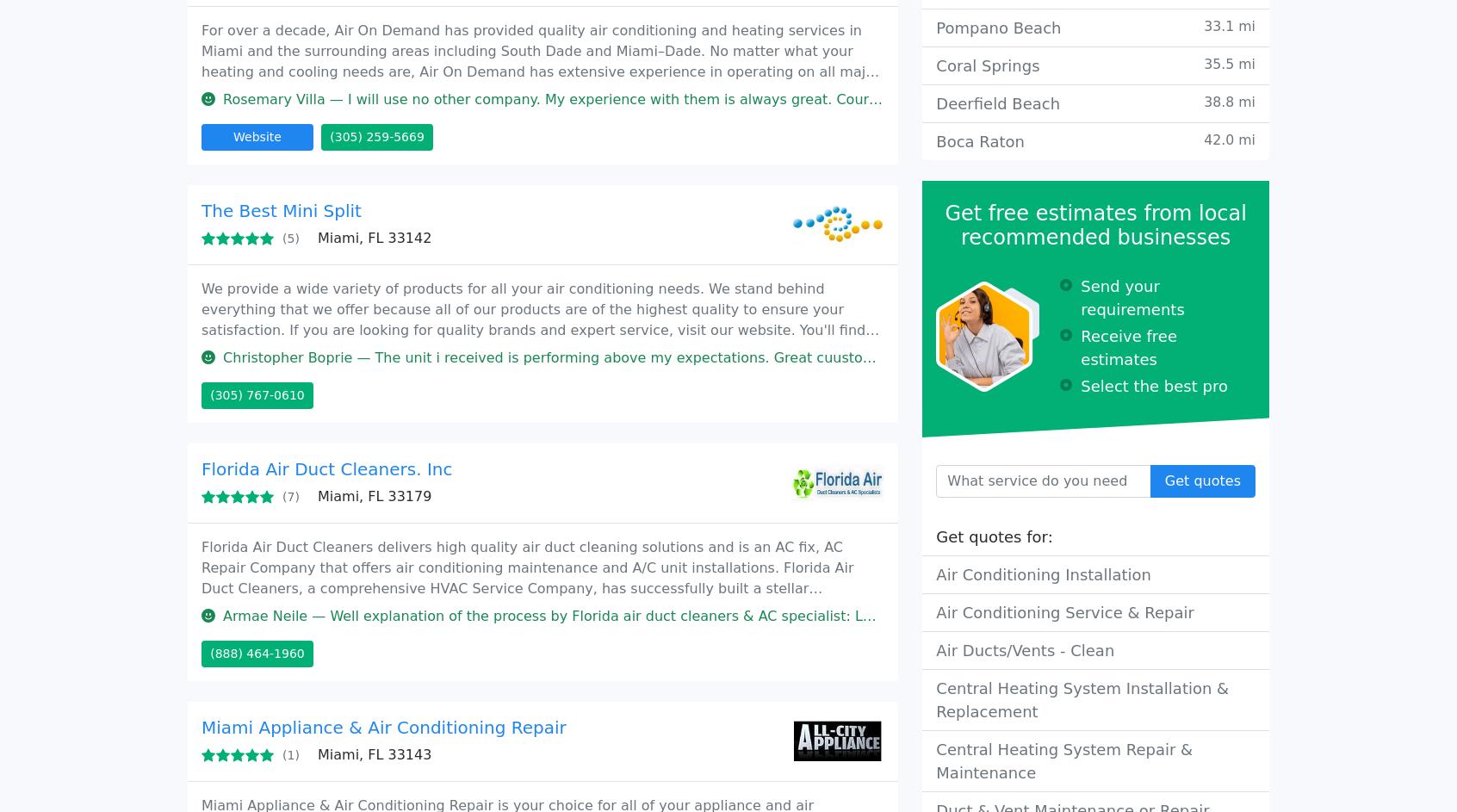  What do you see at coordinates (324, 316) in the screenshot?
I see `'Miami, FL 33169'` at bounding box center [324, 316].